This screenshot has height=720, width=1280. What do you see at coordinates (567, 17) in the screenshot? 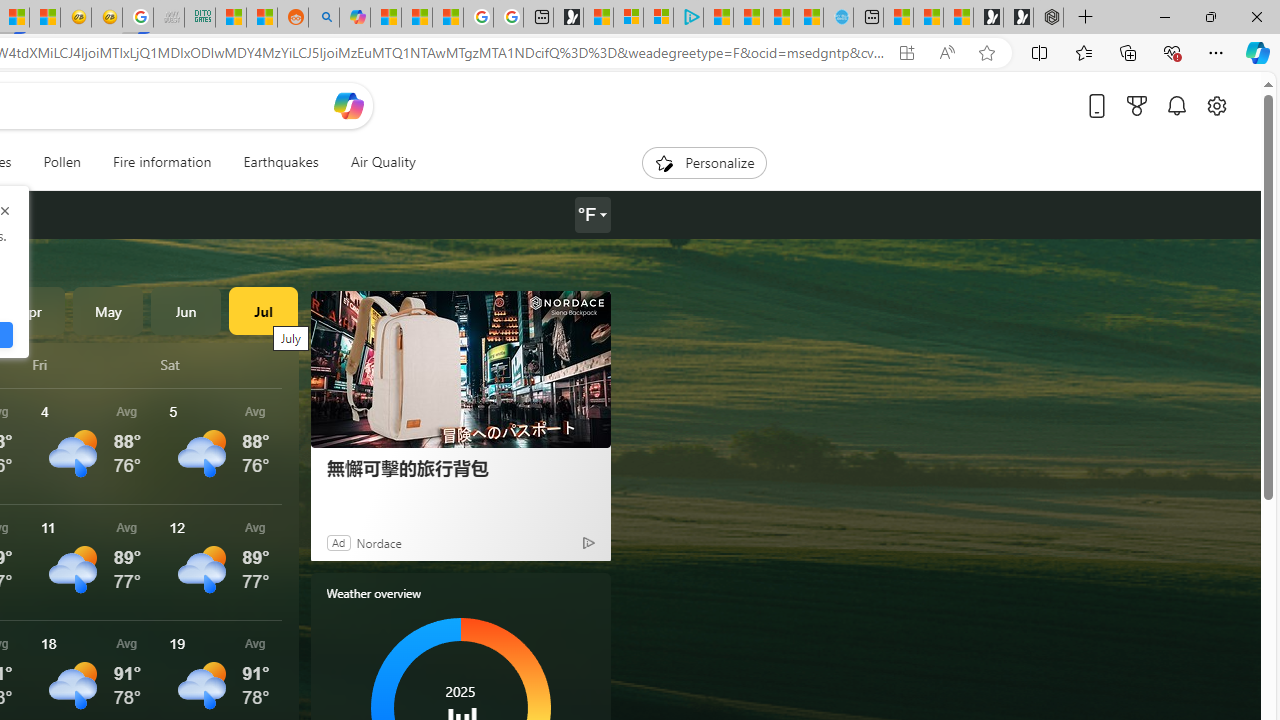
I see `'Microsoft Start Gaming'` at bounding box center [567, 17].